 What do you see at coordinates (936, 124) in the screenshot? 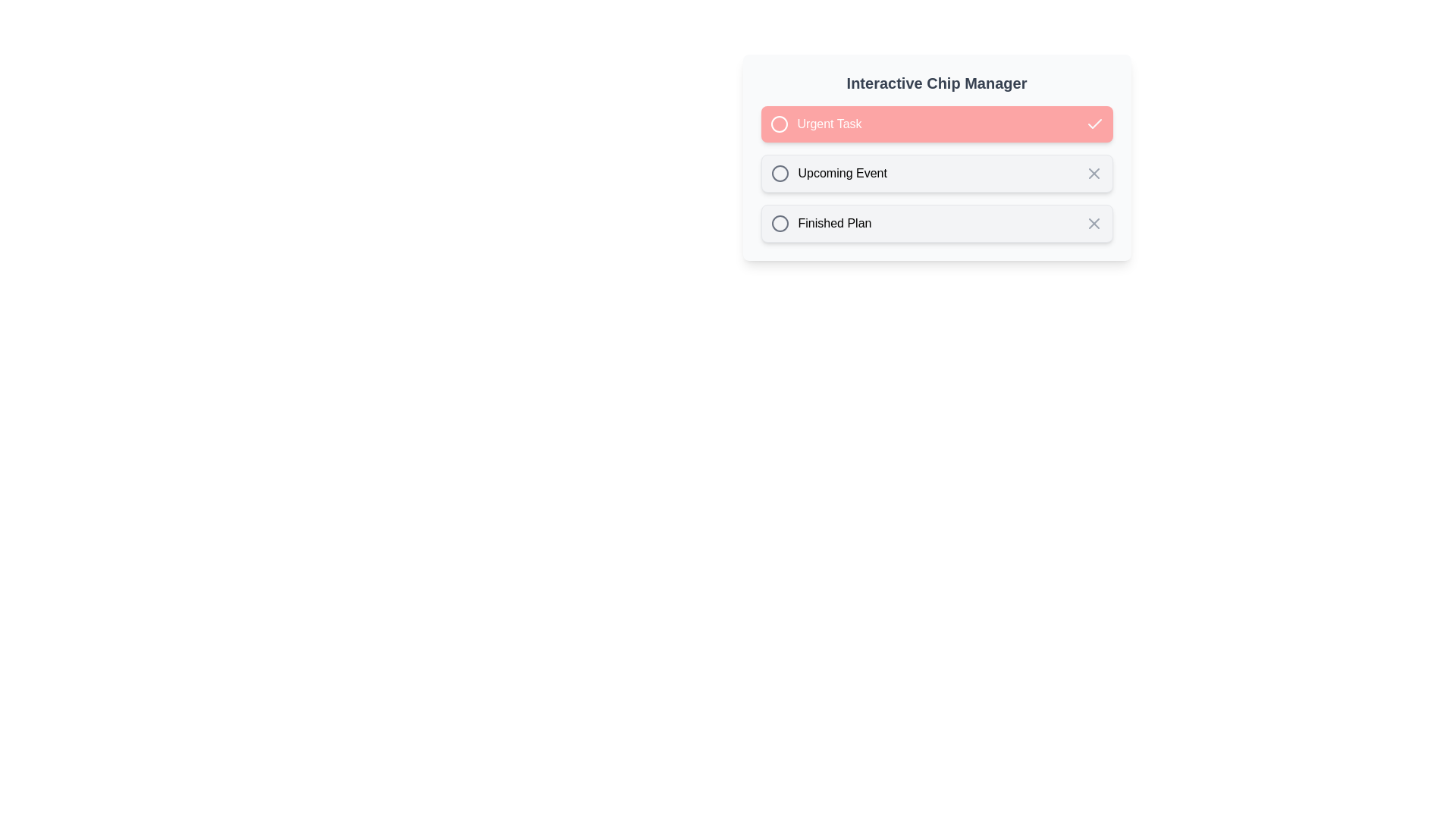
I see `the chip labeled Urgent Task to toggle its selection state` at bounding box center [936, 124].